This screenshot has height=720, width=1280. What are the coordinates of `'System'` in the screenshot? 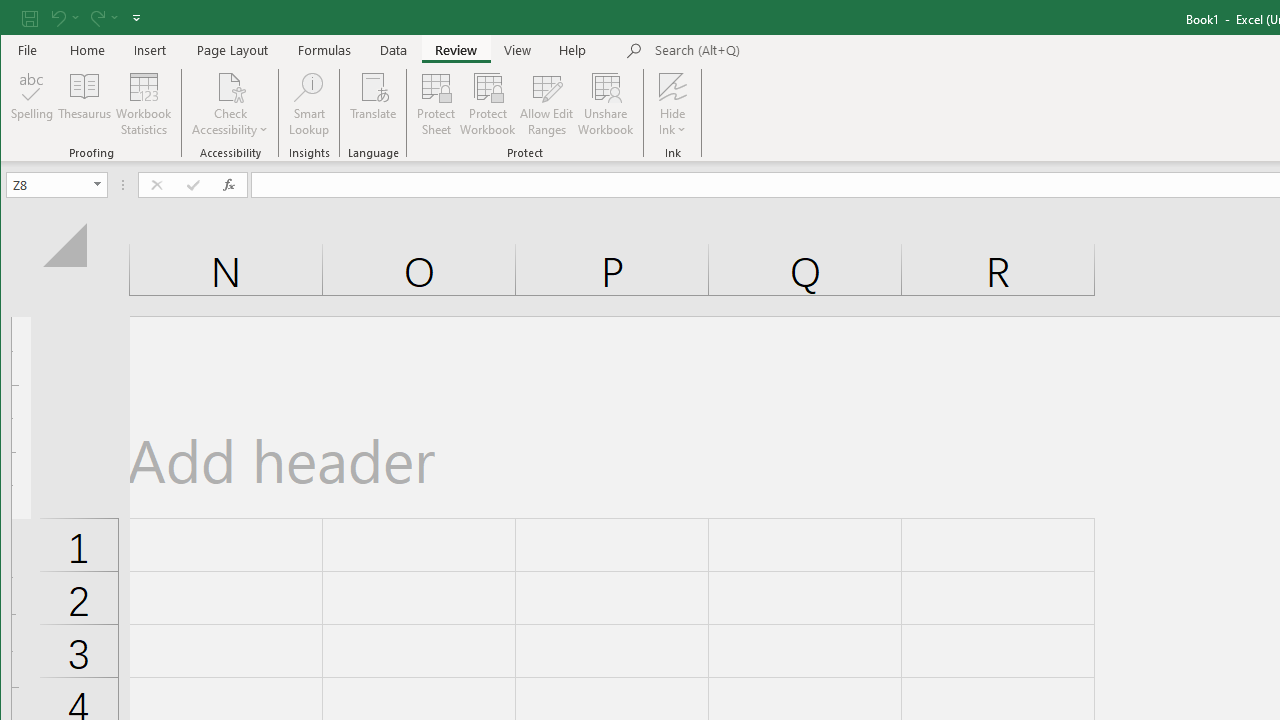 It's located at (18, 19).